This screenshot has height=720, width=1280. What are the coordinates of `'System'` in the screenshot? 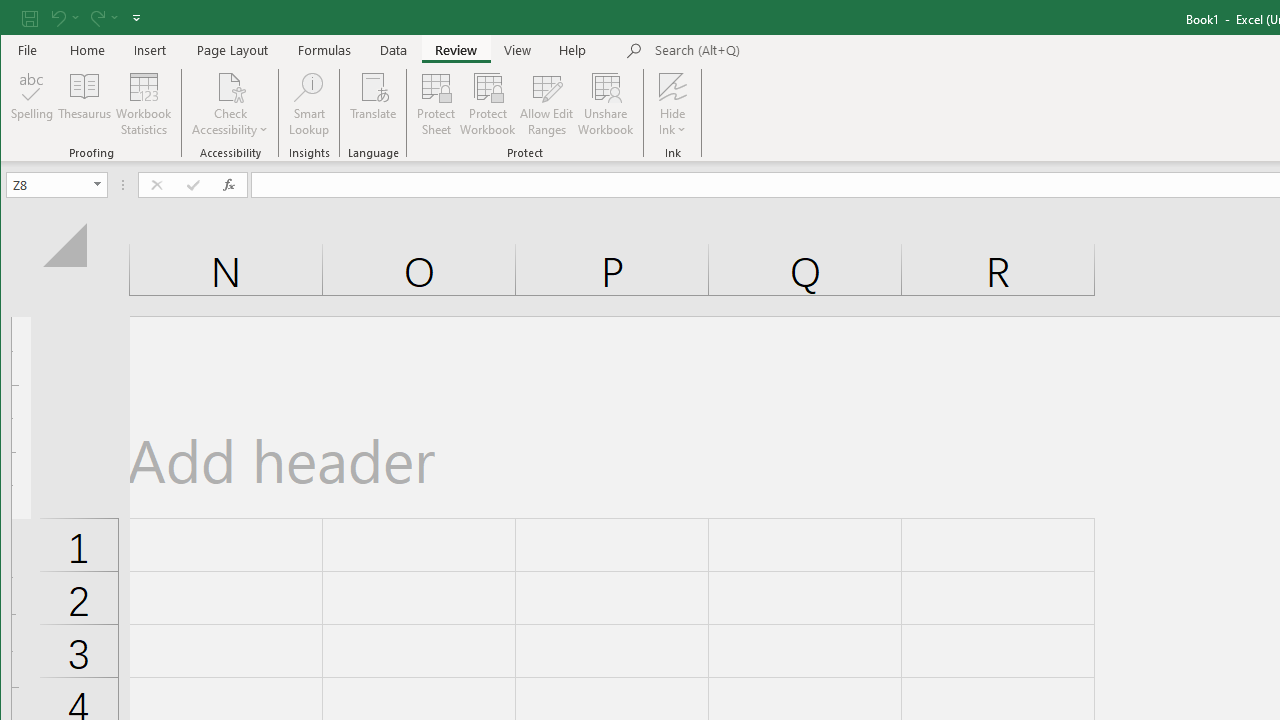 It's located at (18, 19).